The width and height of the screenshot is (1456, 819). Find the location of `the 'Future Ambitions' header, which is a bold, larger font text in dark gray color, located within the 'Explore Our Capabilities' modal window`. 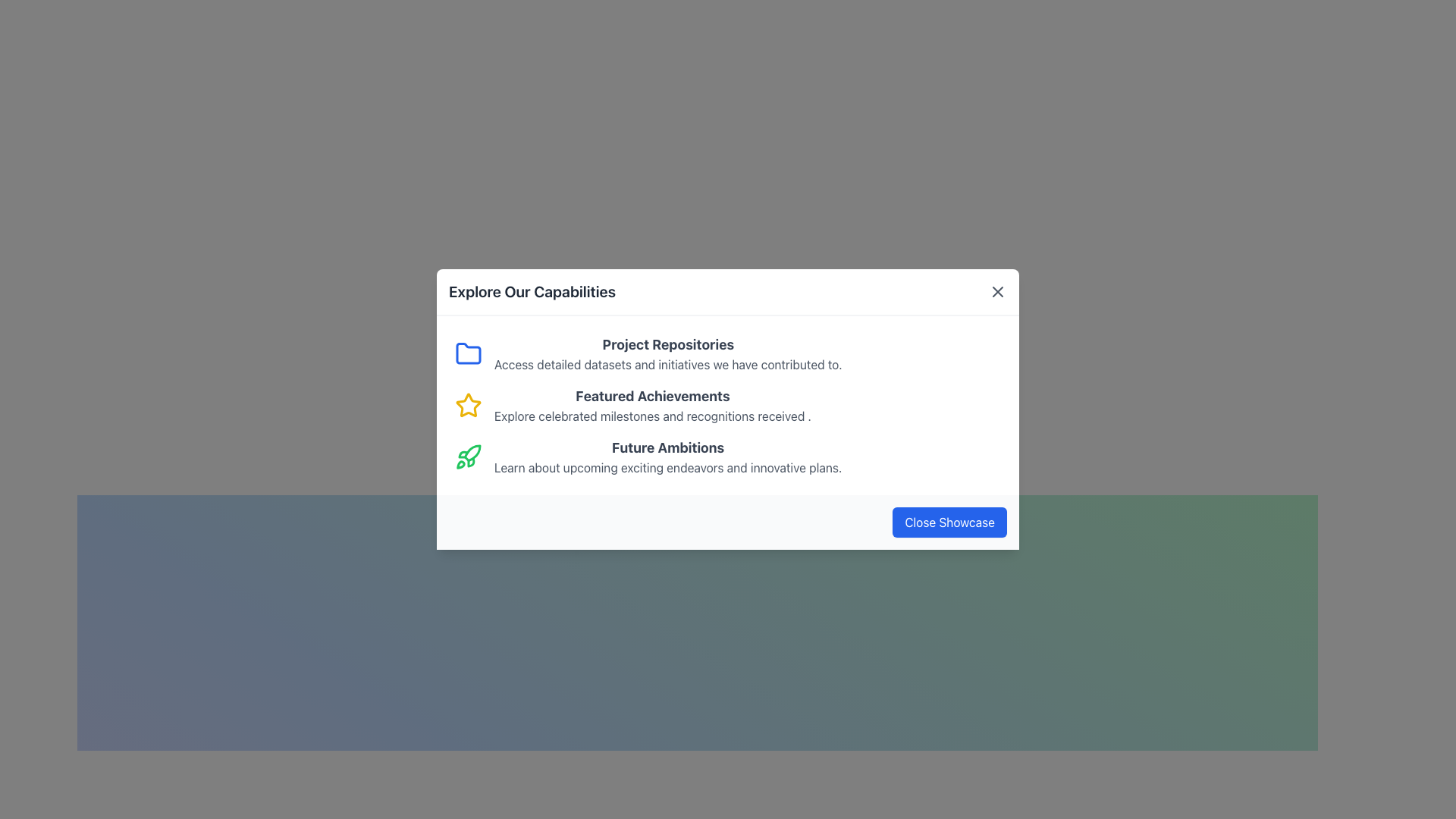

the 'Future Ambitions' header, which is a bold, larger font text in dark gray color, located within the 'Explore Our Capabilities' modal window is located at coordinates (667, 447).